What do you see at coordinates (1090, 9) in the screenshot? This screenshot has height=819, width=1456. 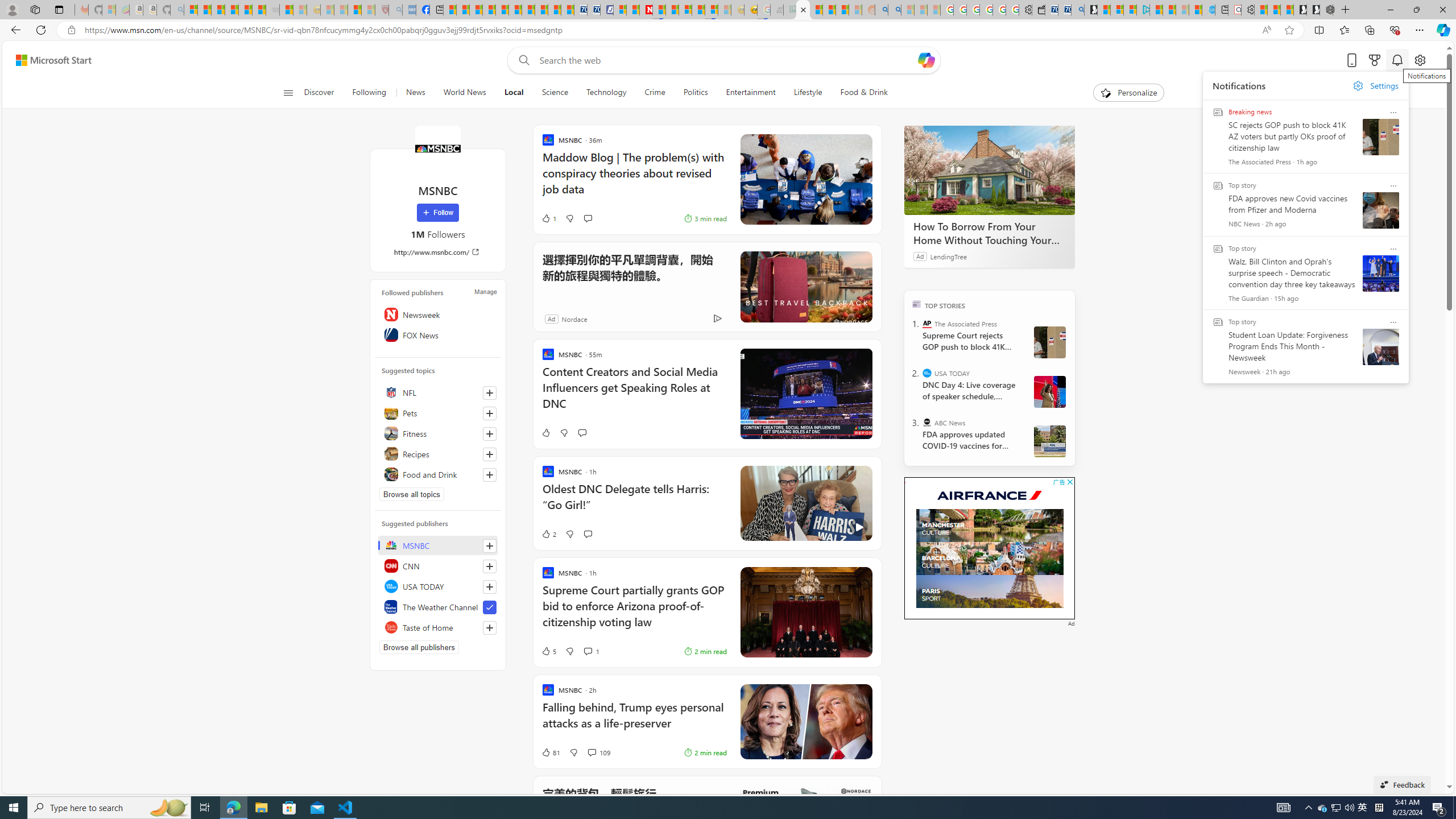 I see `'Microsoft Start Gaming'` at bounding box center [1090, 9].